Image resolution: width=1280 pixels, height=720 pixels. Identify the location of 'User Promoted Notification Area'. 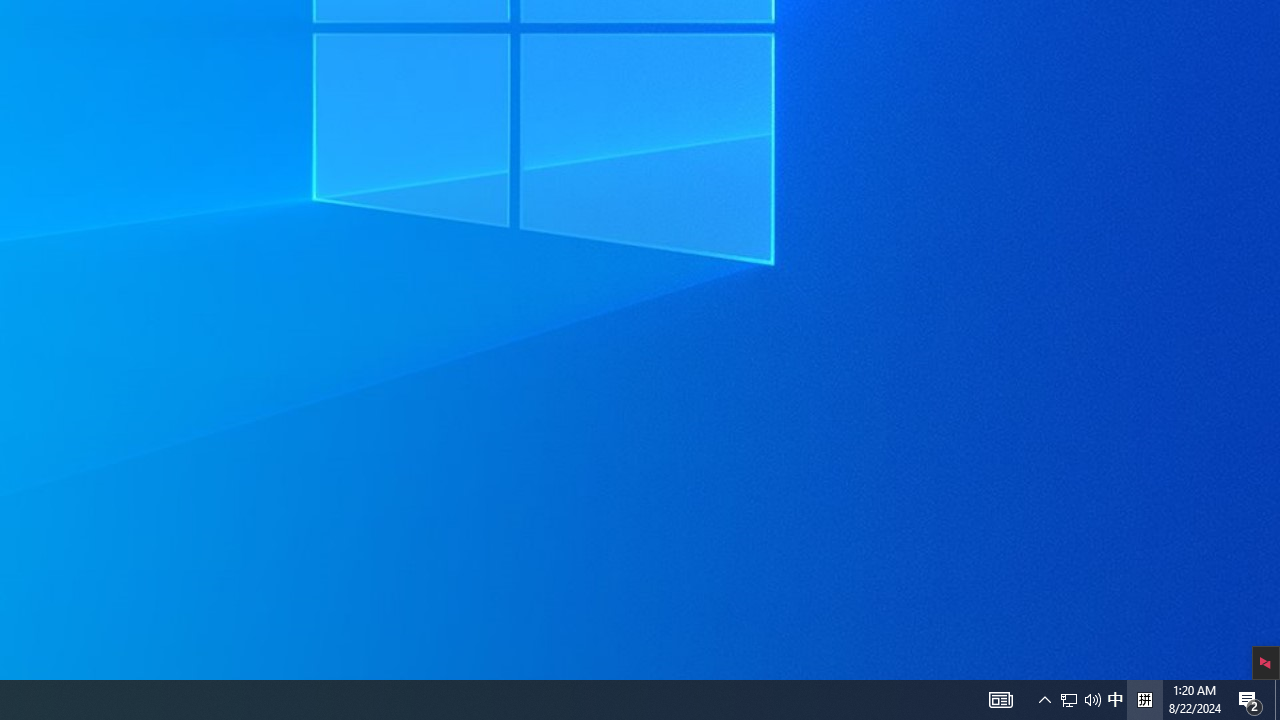
(1079, 698).